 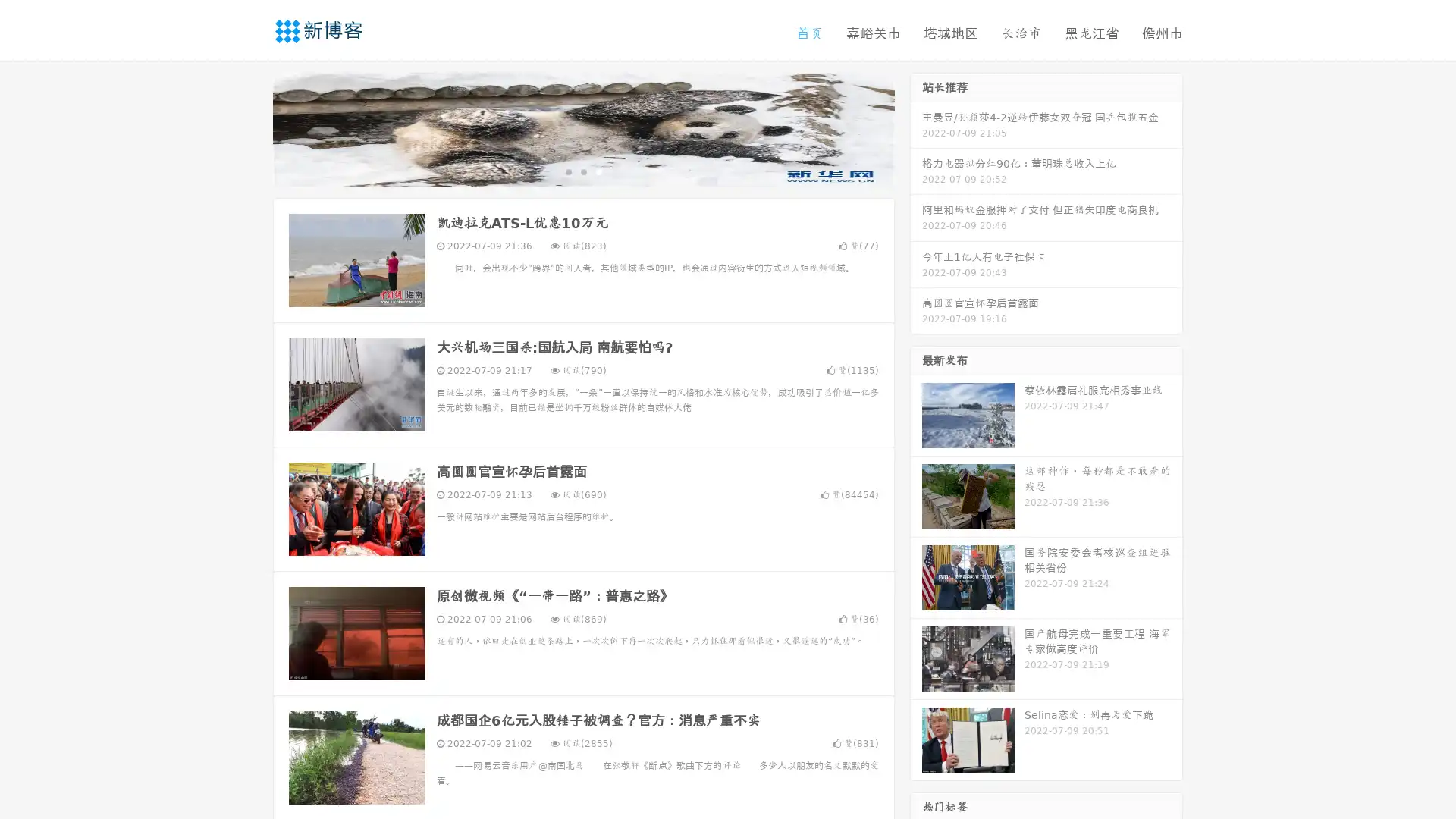 I want to click on Go to slide 2, so click(x=582, y=171).